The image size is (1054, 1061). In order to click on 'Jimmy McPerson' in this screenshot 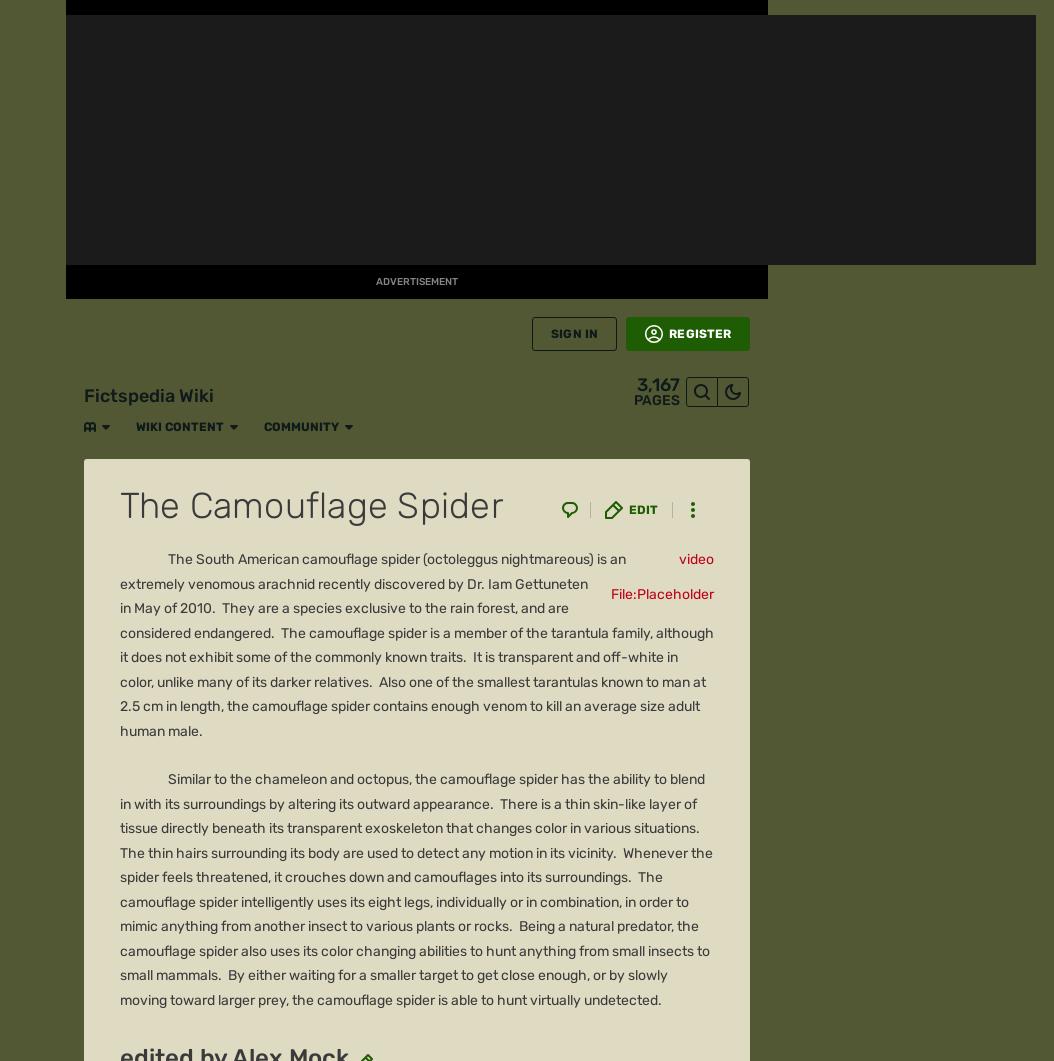, I will do `click(223, 304)`.